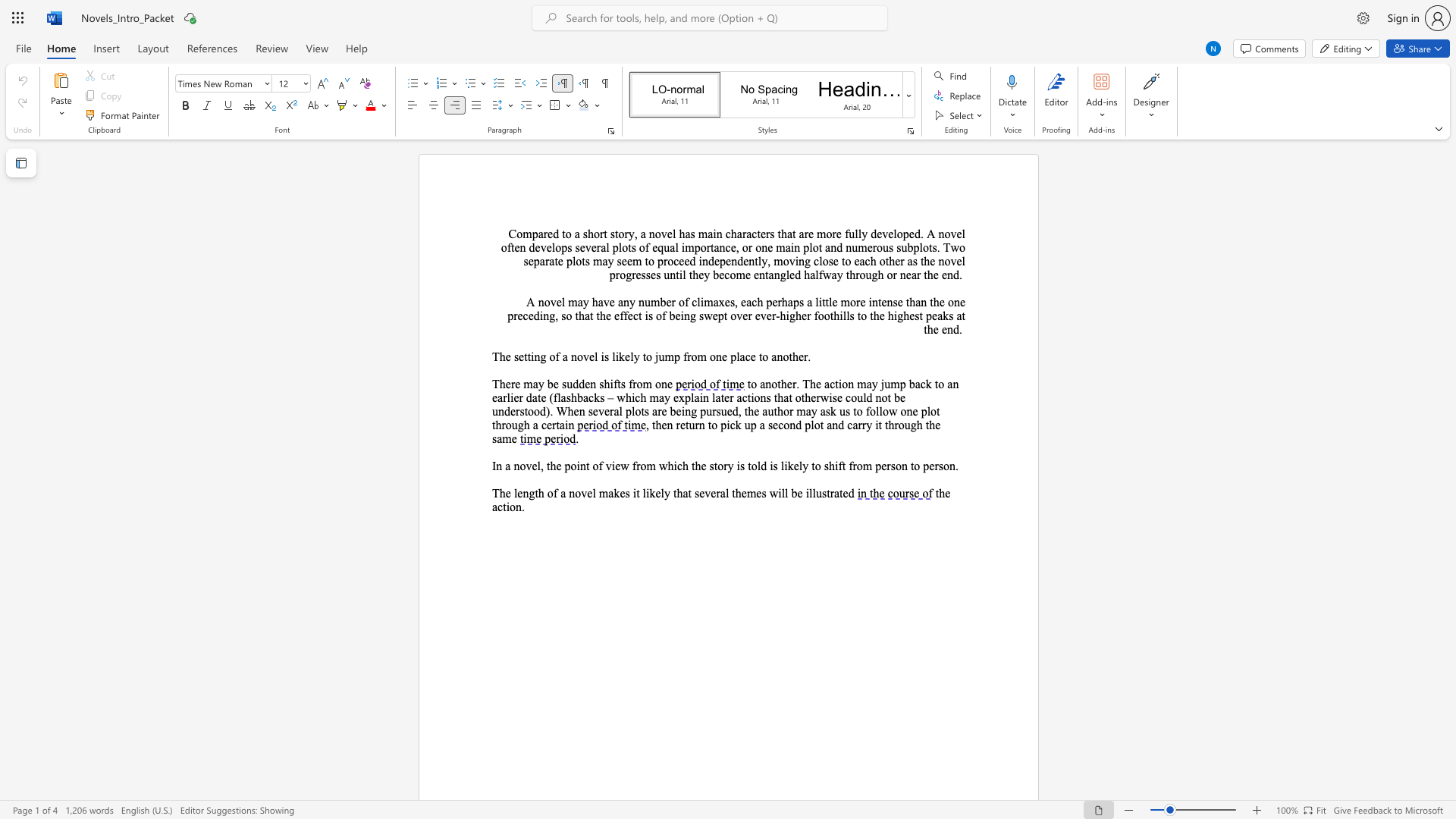  Describe the element at coordinates (678, 397) in the screenshot. I see `the subset text "xplain late" within the text "to another. The action may jump back to an earlier date (flashbacks – which may explain later actions that otherwise could not be understood). When several plots are being pursued, the author may ask us to follow one plot through a certain"` at that location.